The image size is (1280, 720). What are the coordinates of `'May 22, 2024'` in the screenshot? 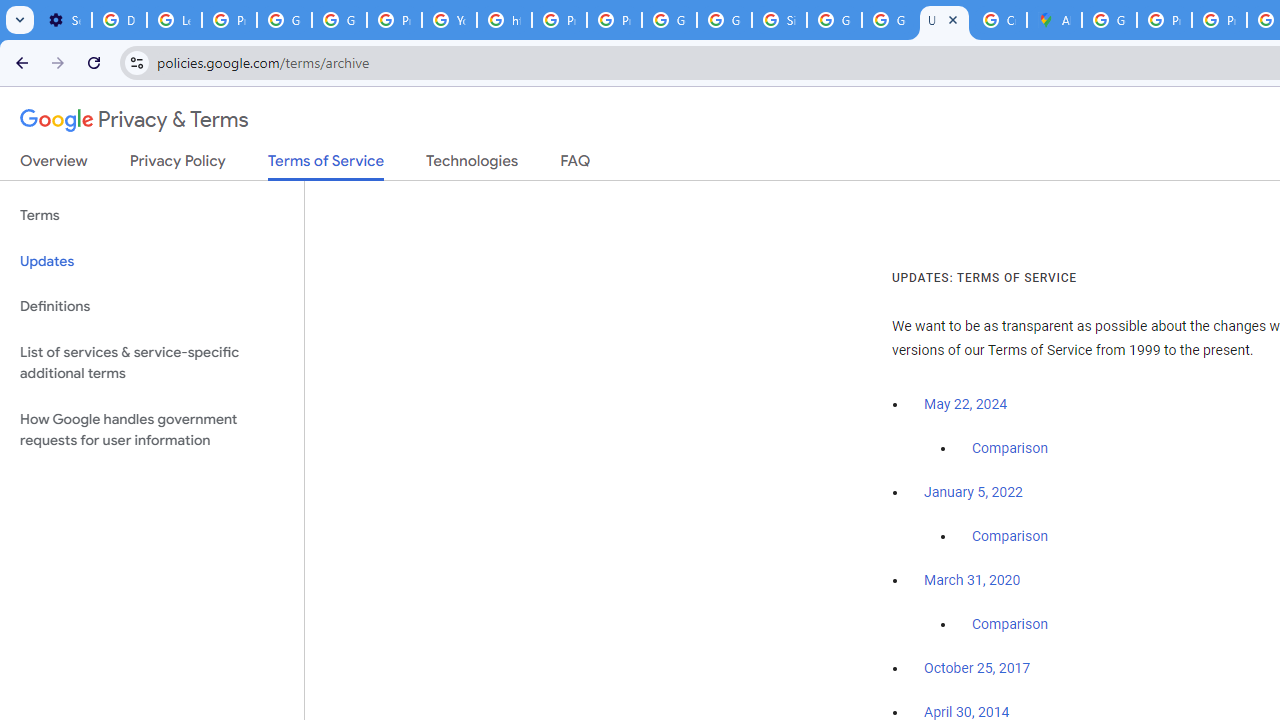 It's located at (966, 405).